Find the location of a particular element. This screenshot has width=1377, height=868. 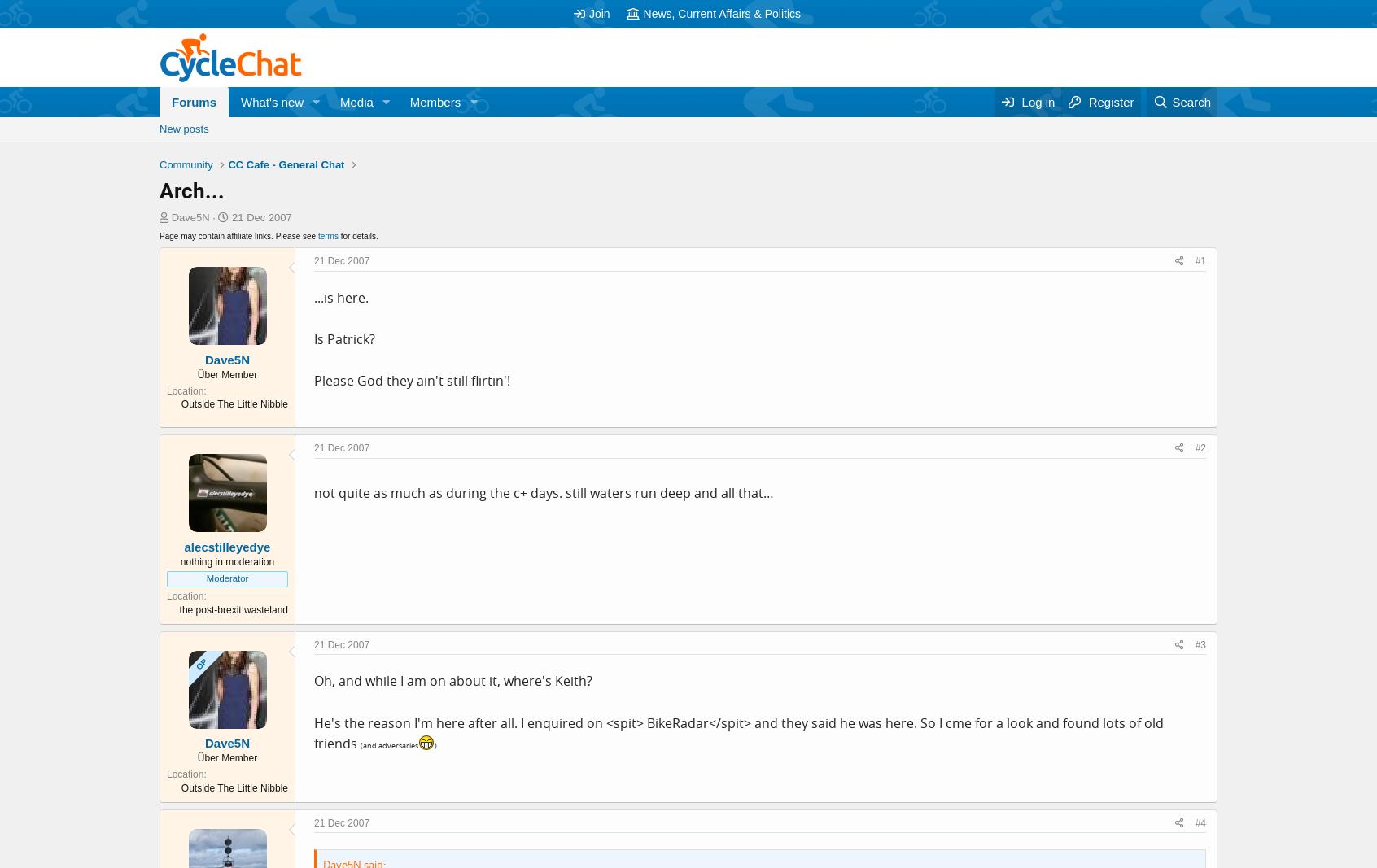

'Register' is located at coordinates (1110, 101).